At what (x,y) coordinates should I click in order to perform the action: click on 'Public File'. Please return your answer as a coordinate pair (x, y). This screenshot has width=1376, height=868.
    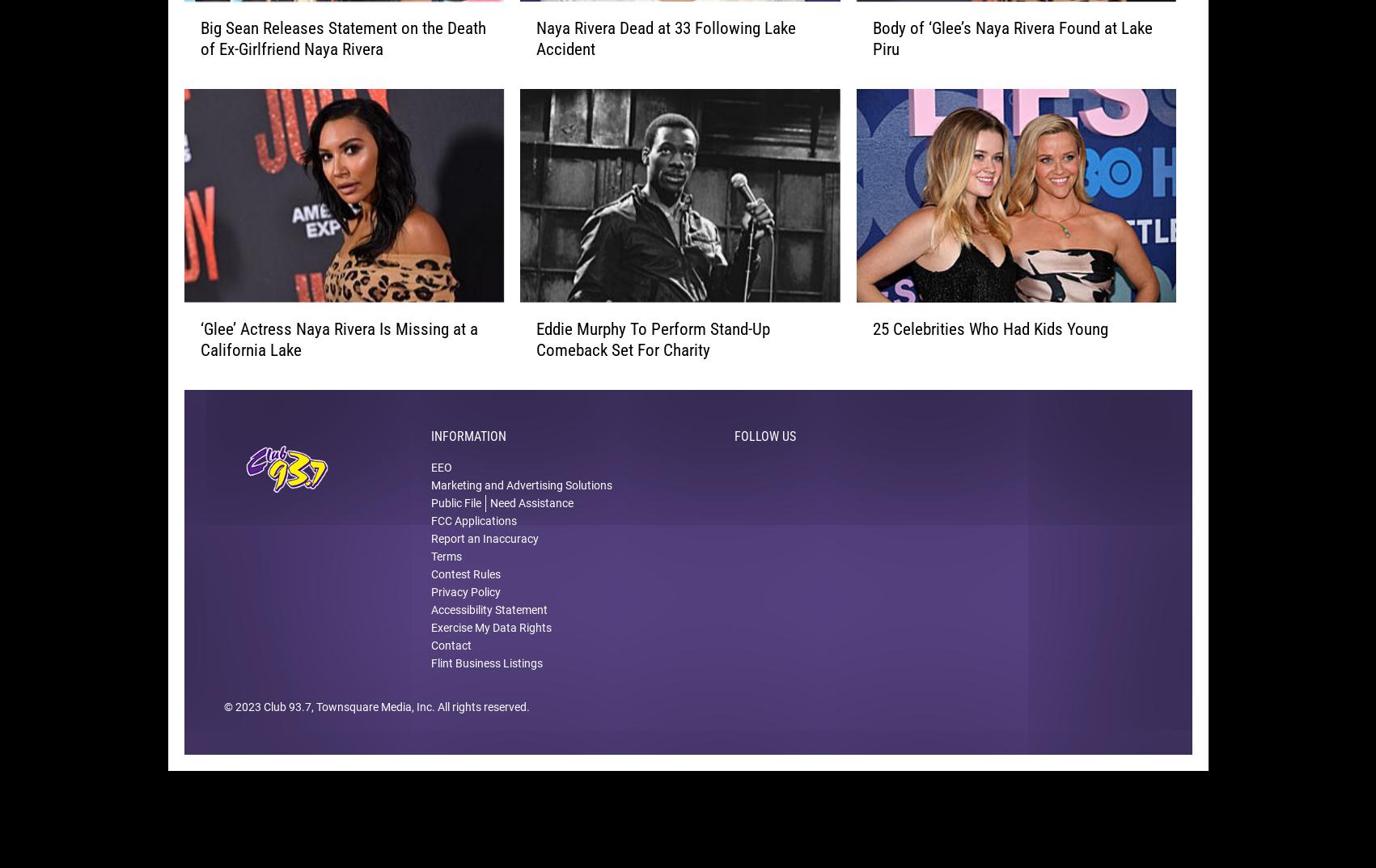
    Looking at the image, I should click on (430, 527).